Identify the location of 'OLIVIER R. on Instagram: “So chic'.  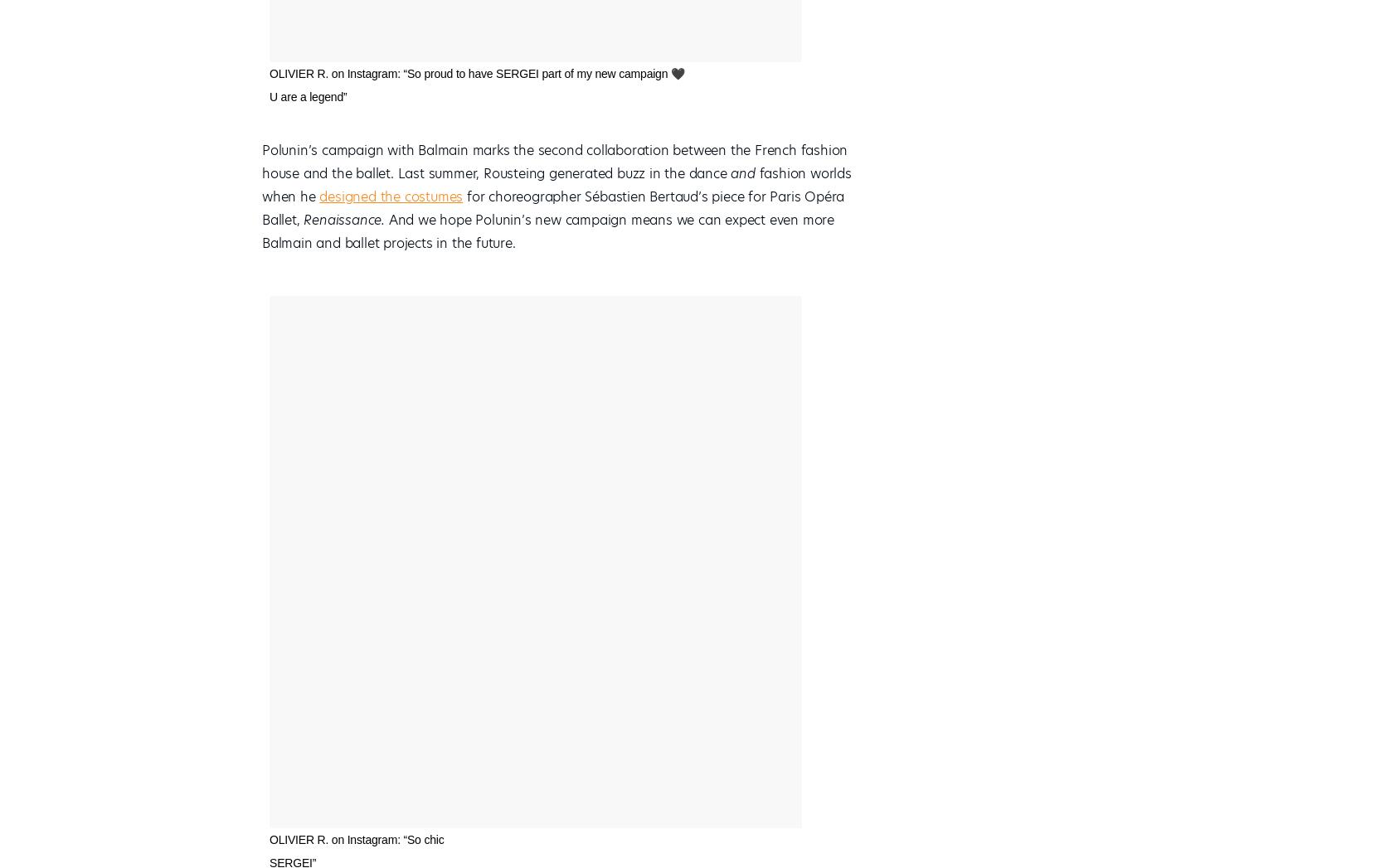
(356, 839).